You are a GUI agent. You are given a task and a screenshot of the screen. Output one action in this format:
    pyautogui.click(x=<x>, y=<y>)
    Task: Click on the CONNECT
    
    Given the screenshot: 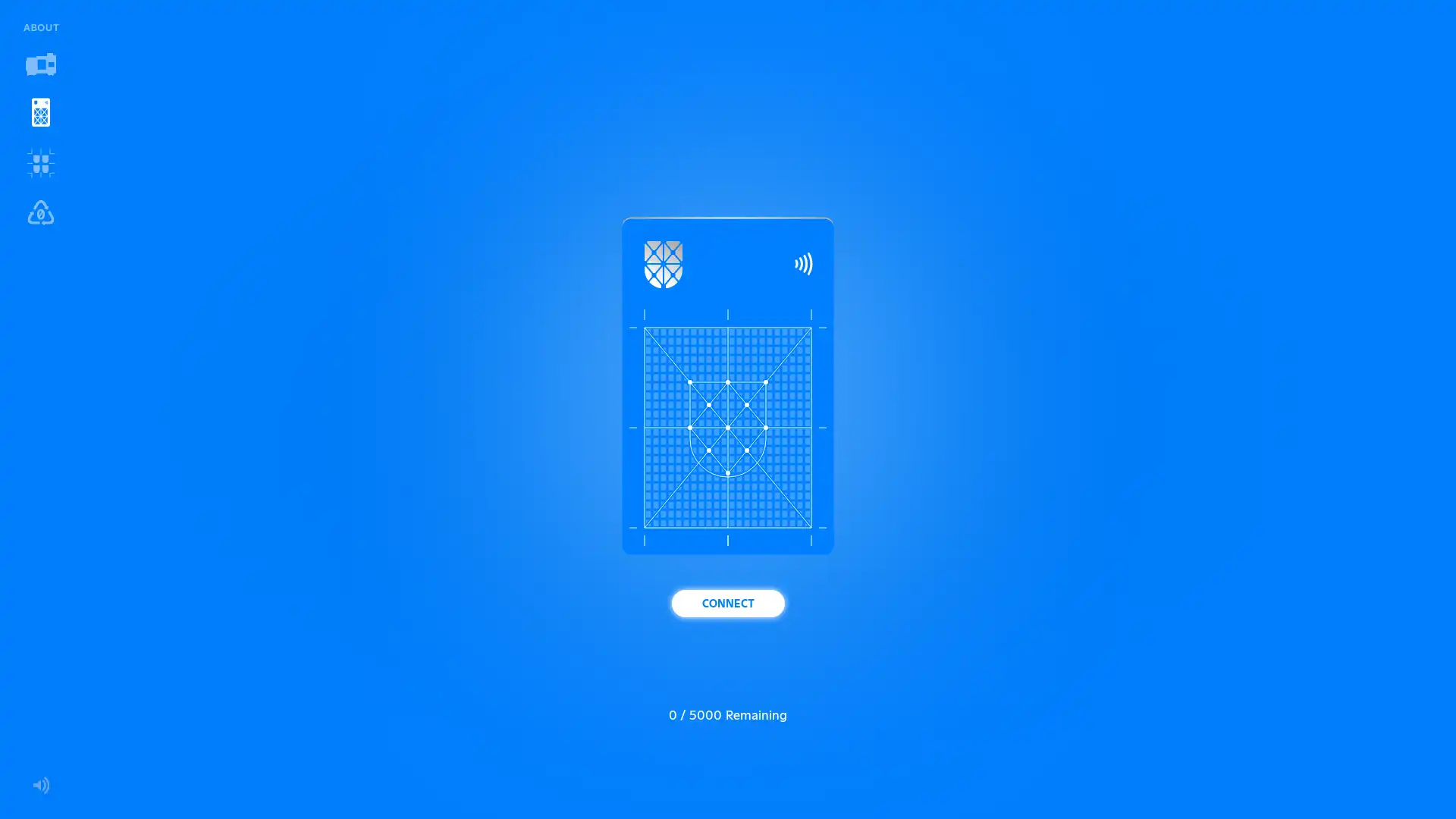 What is the action you would take?
    pyautogui.click(x=726, y=601)
    